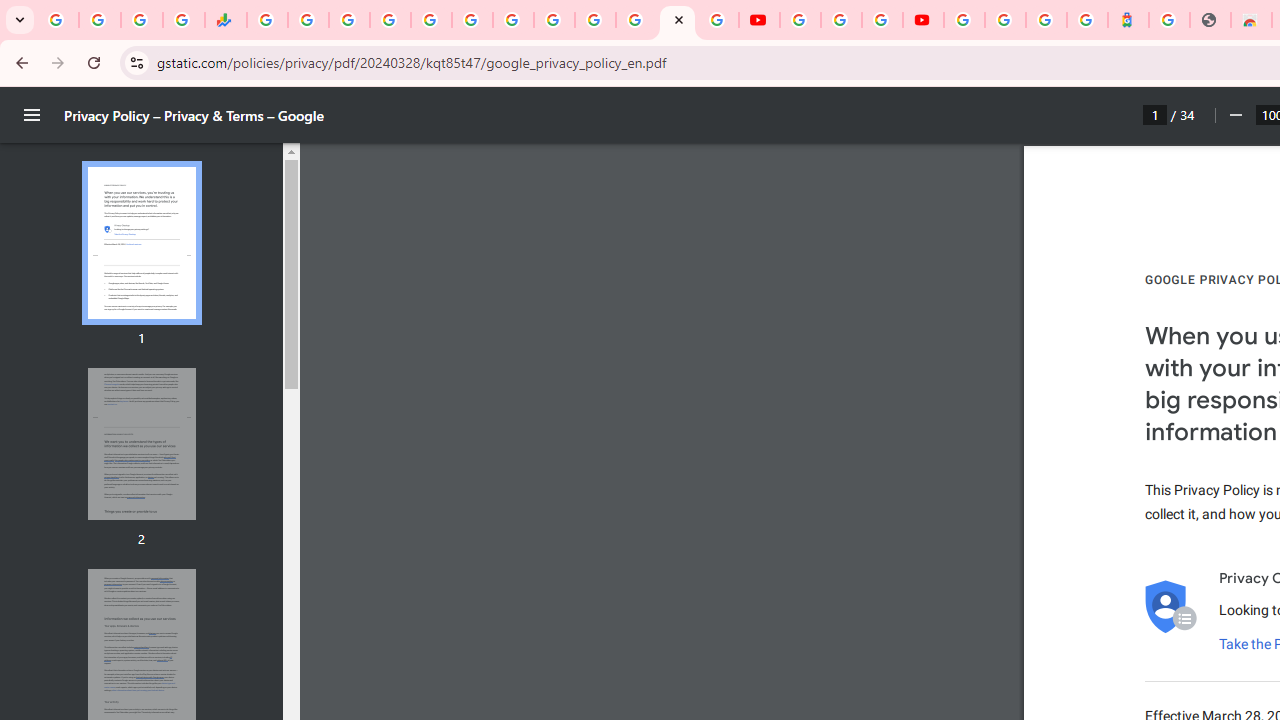  I want to click on 'Sign in - Google Accounts', so click(1005, 20).